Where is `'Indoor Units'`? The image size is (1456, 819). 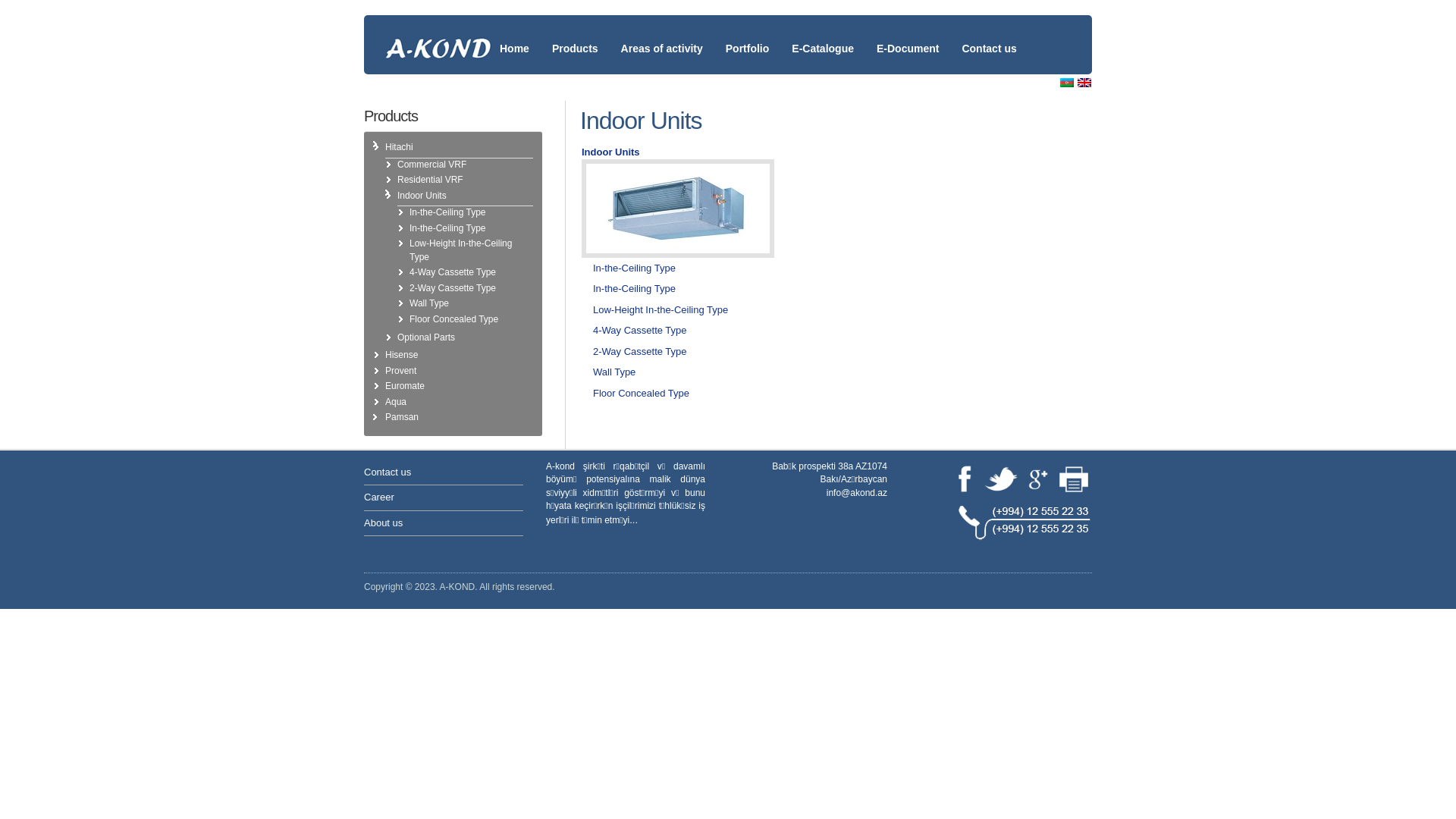
'Indoor Units' is located at coordinates (422, 195).